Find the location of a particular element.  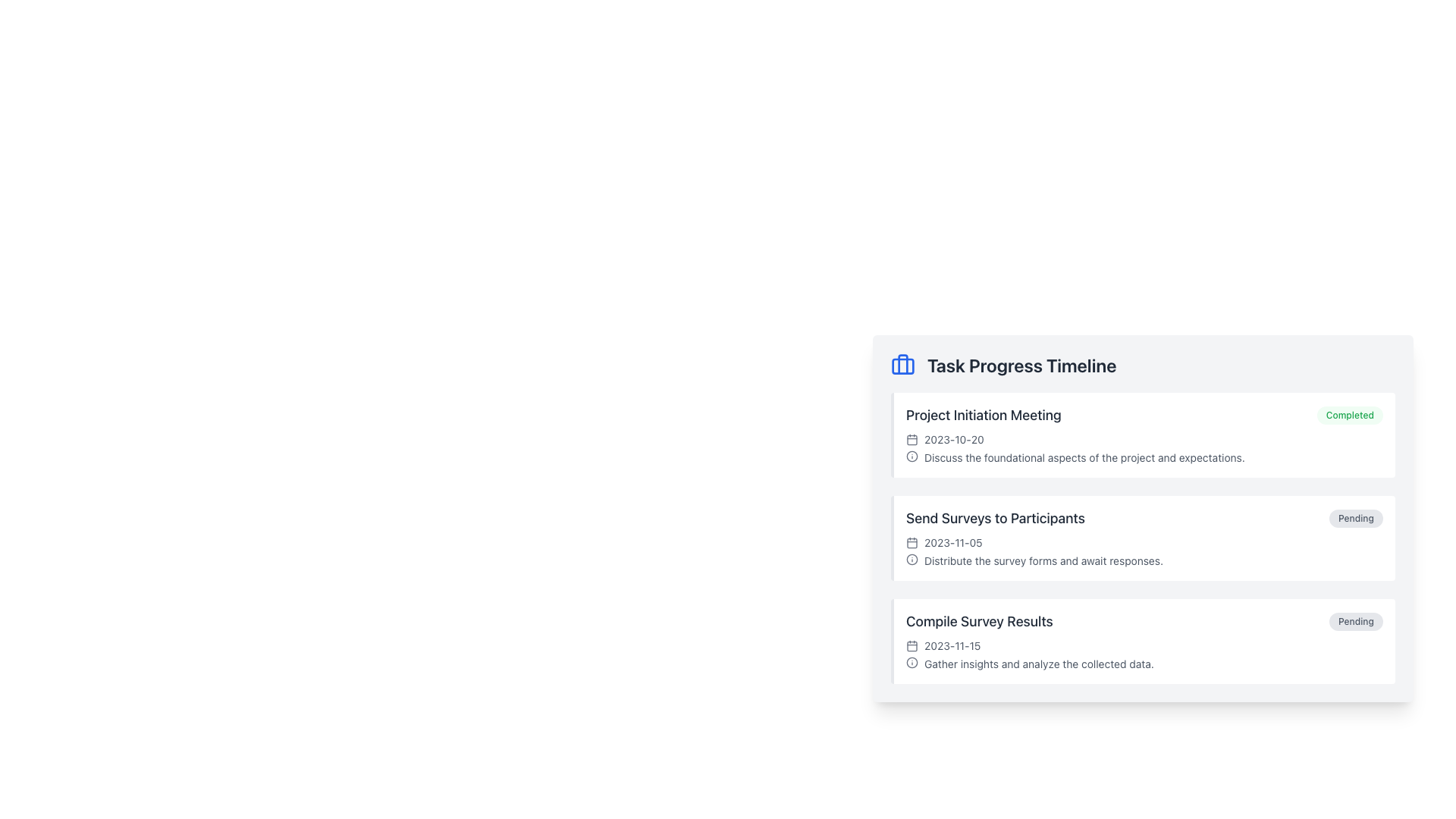

the circular graphical component in the SVG element, which is styled consistently with other vector graphics and is centrally positioned among its siblings is located at coordinates (912, 559).